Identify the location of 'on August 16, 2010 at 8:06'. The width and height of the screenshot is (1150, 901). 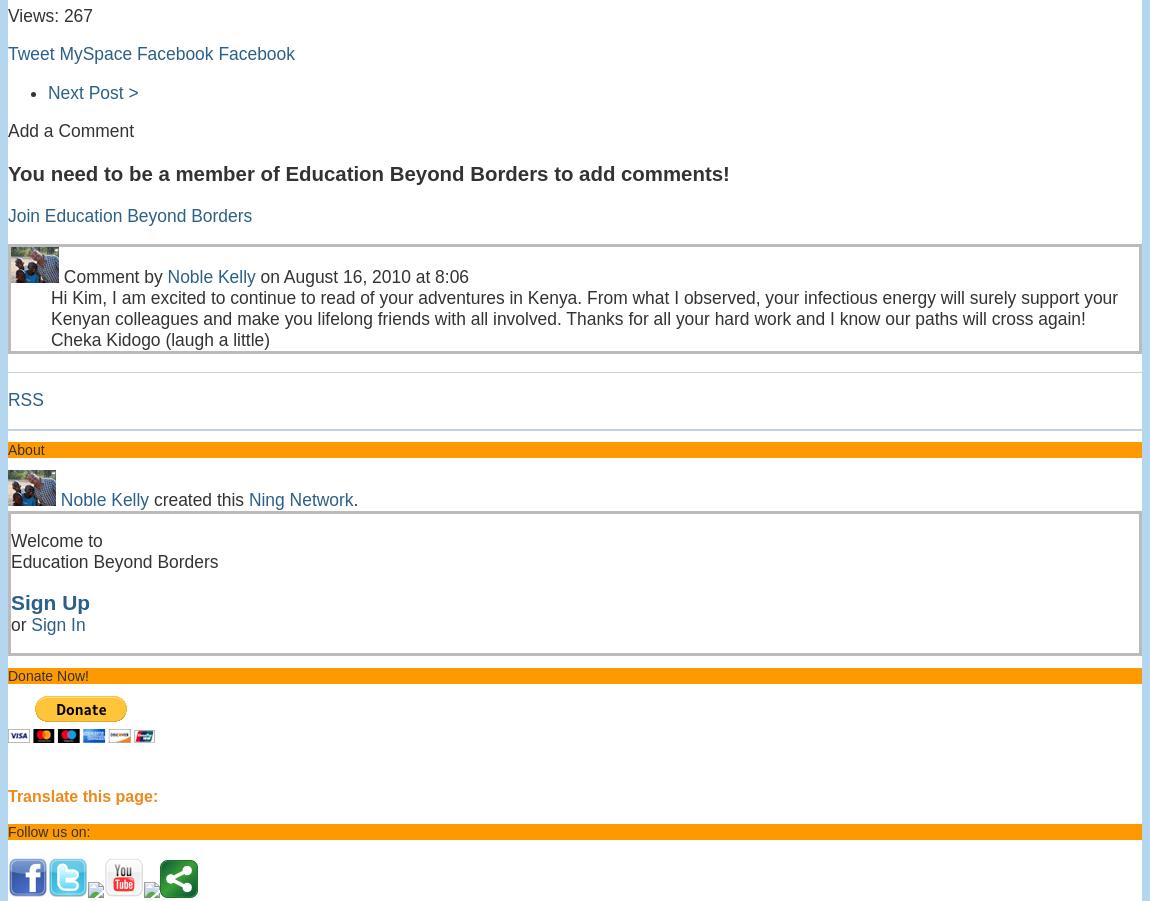
(362, 276).